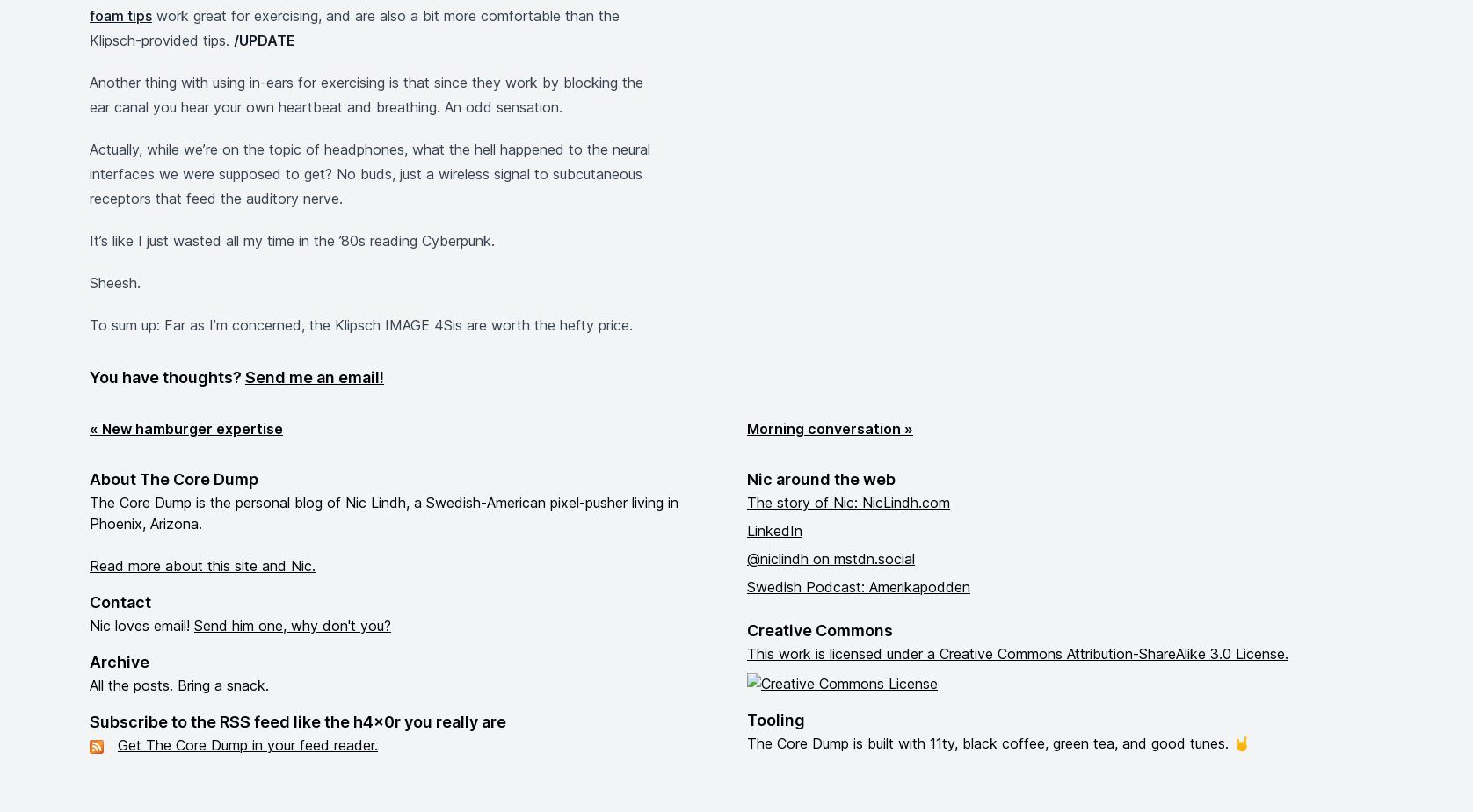 The height and width of the screenshot is (812, 1473). I want to click on 'Subscribe to the RSS feed like the h4x0r you really are', so click(90, 721).